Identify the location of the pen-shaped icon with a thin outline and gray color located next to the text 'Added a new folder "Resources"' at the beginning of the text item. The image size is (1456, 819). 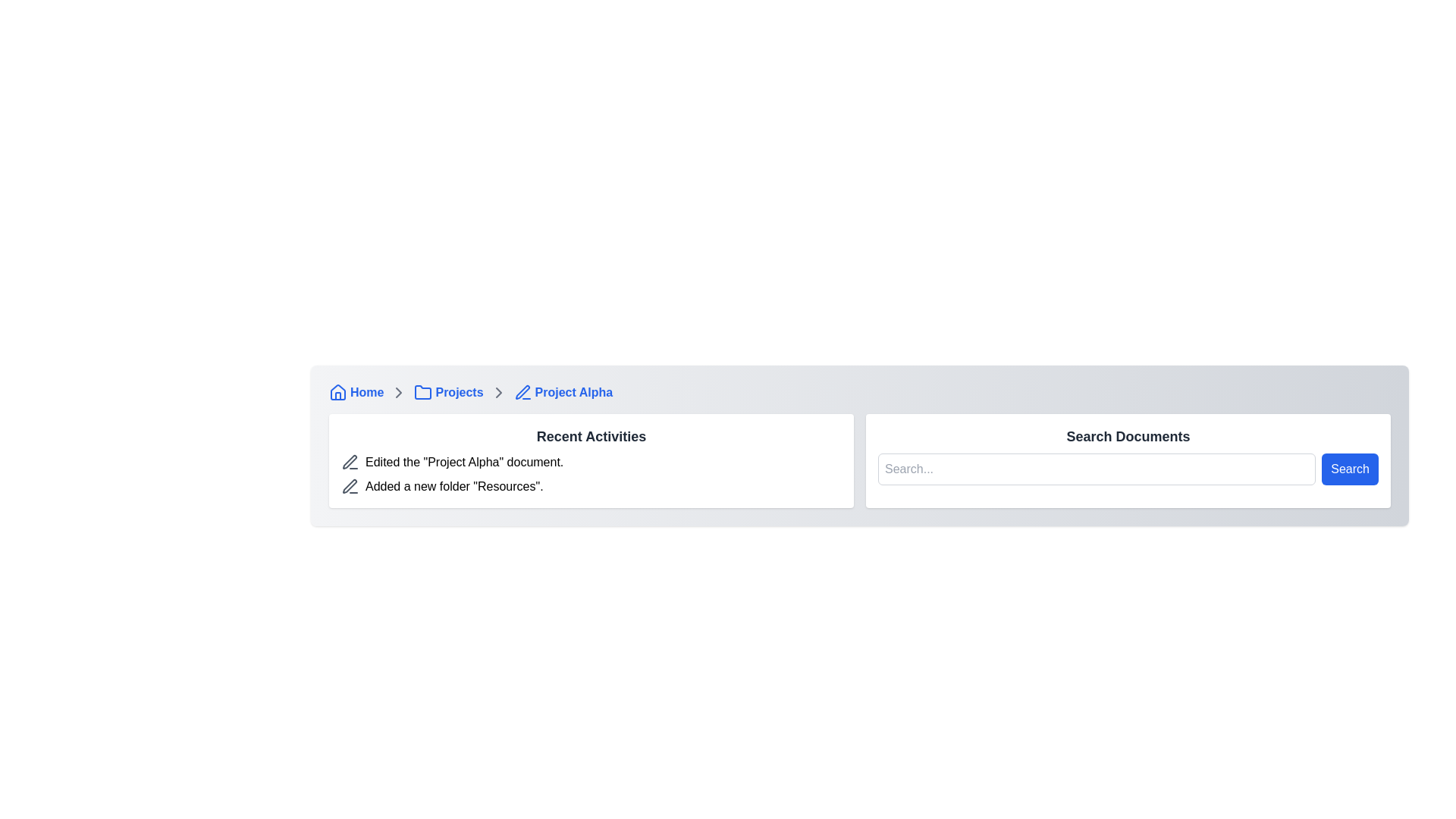
(349, 486).